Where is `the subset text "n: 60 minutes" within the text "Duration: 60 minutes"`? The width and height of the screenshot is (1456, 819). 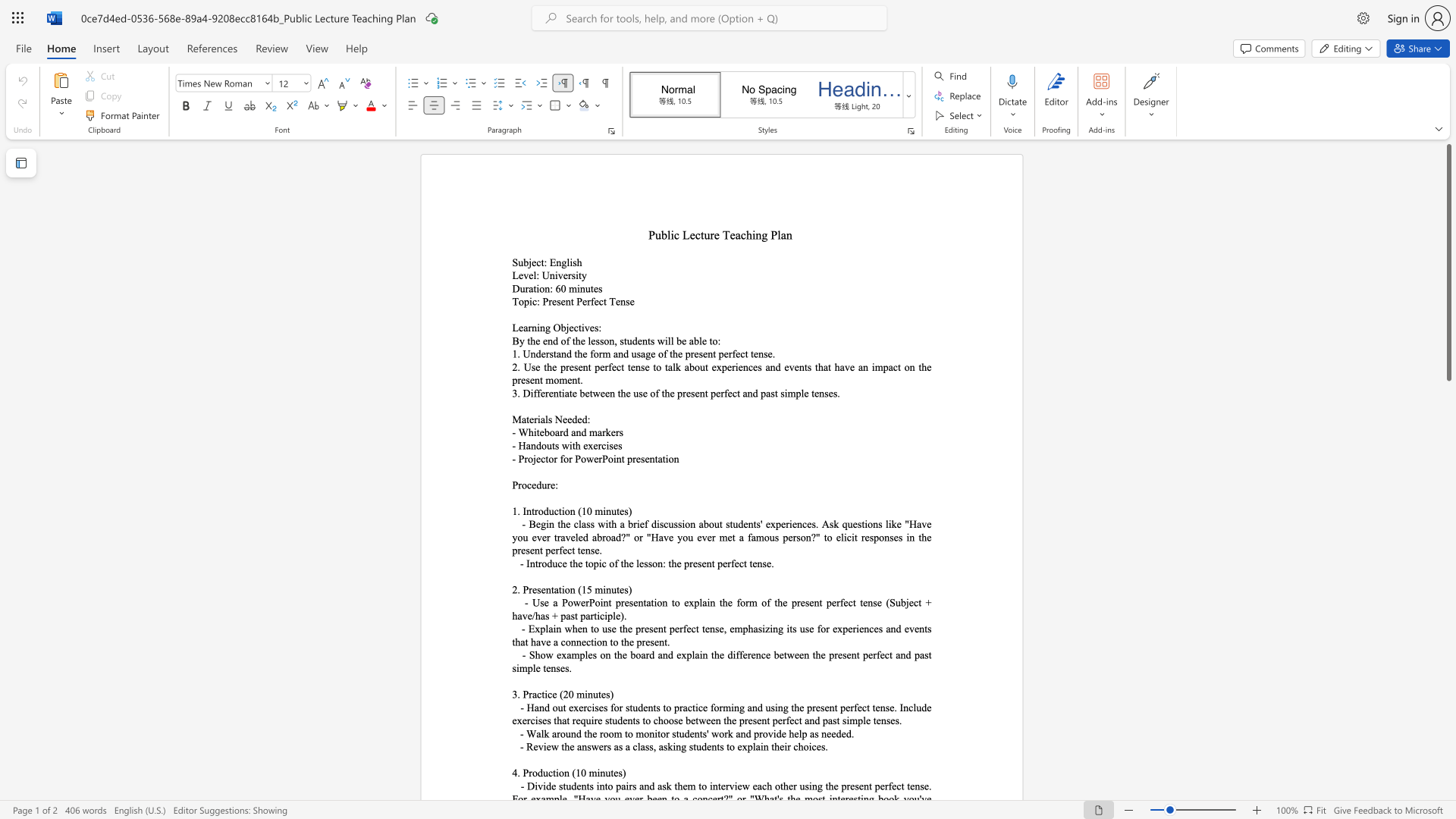
the subset text "n: 60 minutes" within the text "Duration: 60 minutes" is located at coordinates (544, 288).